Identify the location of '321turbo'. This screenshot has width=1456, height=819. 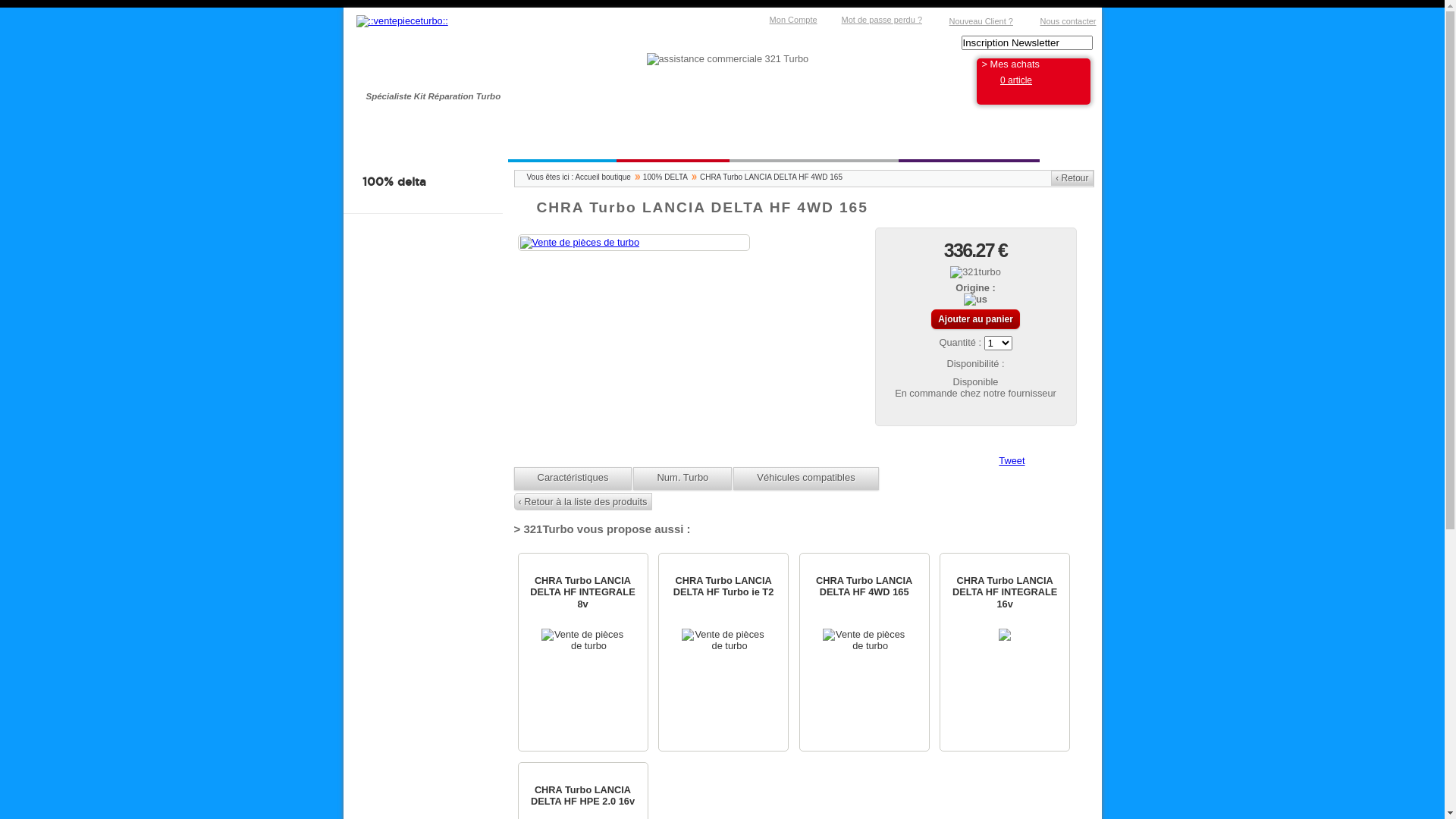
(975, 271).